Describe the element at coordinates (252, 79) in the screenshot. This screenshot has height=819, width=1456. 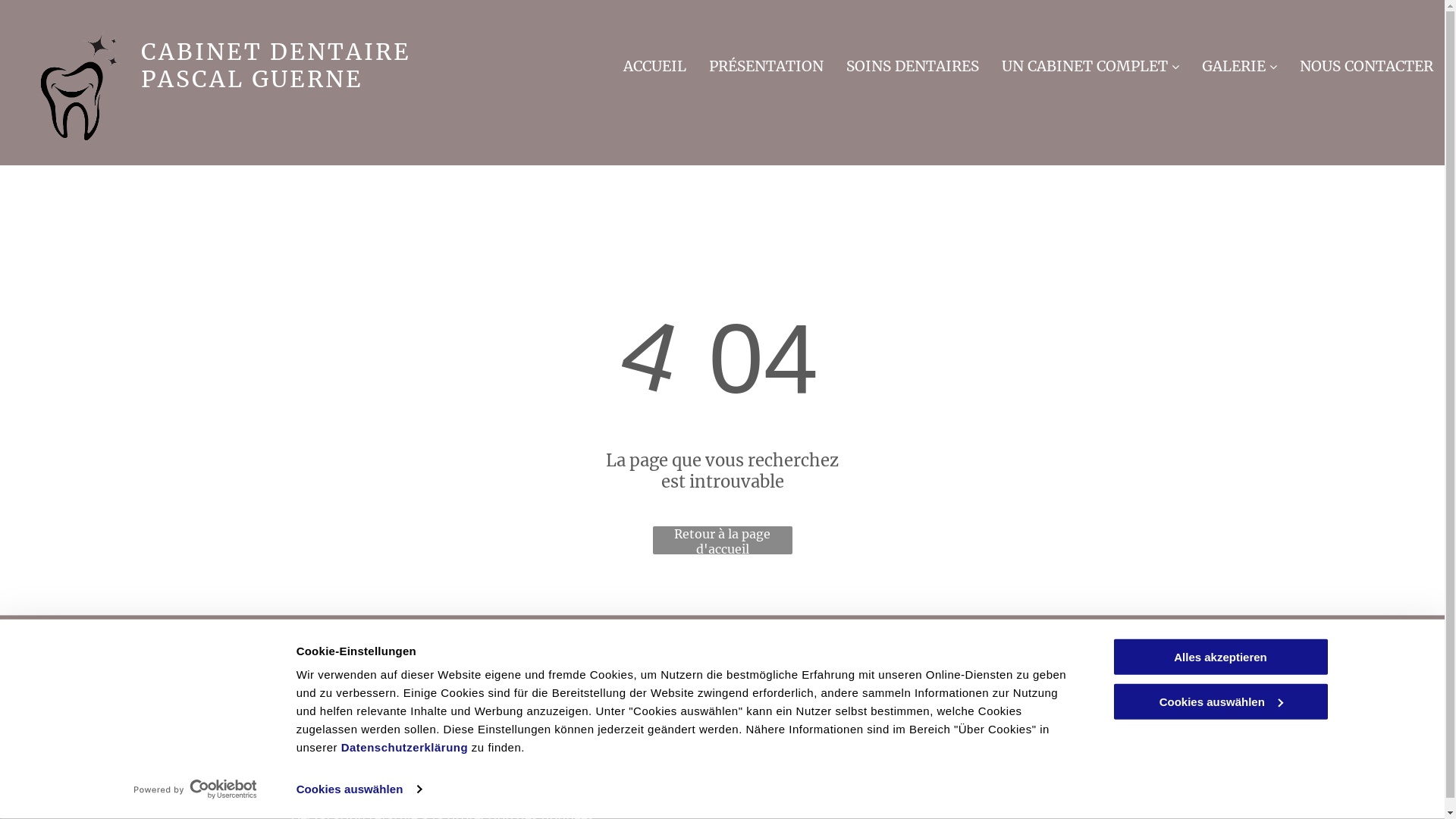
I see `'PASCAL GUERNE'` at that location.